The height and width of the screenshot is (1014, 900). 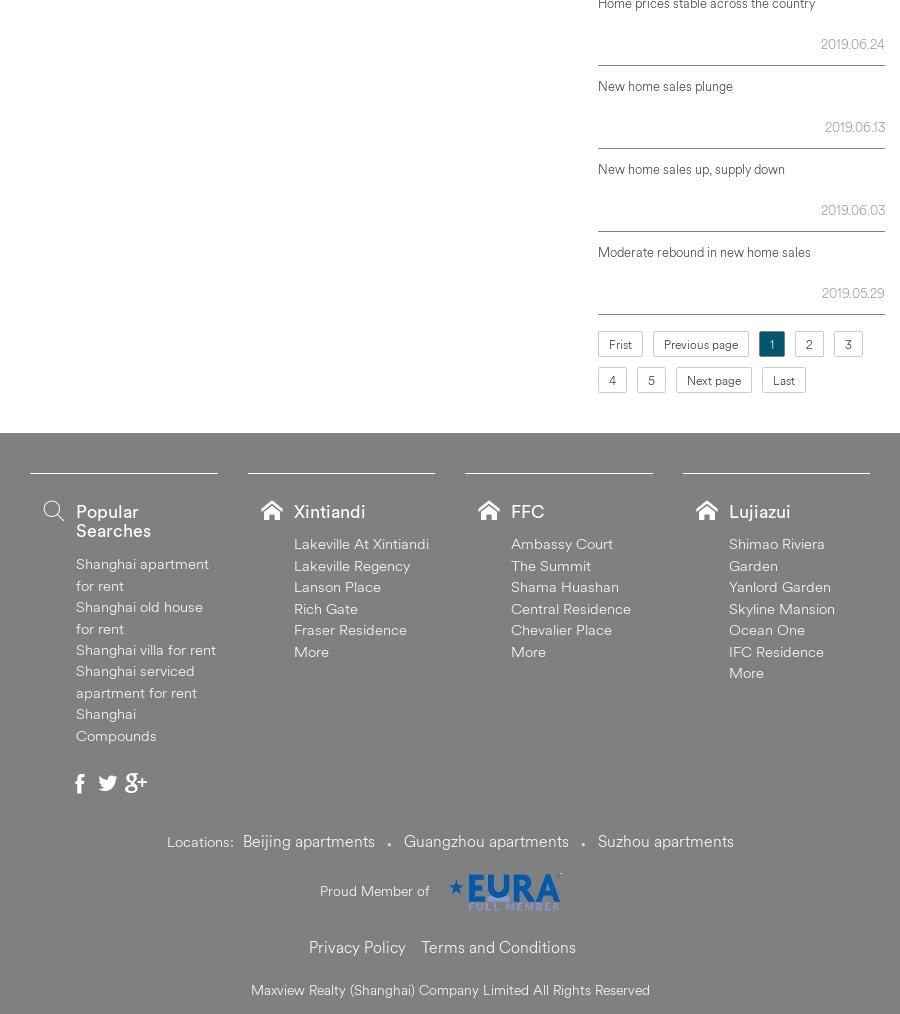 What do you see at coordinates (360, 542) in the screenshot?
I see `'Lakeville At Xintiandi'` at bounding box center [360, 542].